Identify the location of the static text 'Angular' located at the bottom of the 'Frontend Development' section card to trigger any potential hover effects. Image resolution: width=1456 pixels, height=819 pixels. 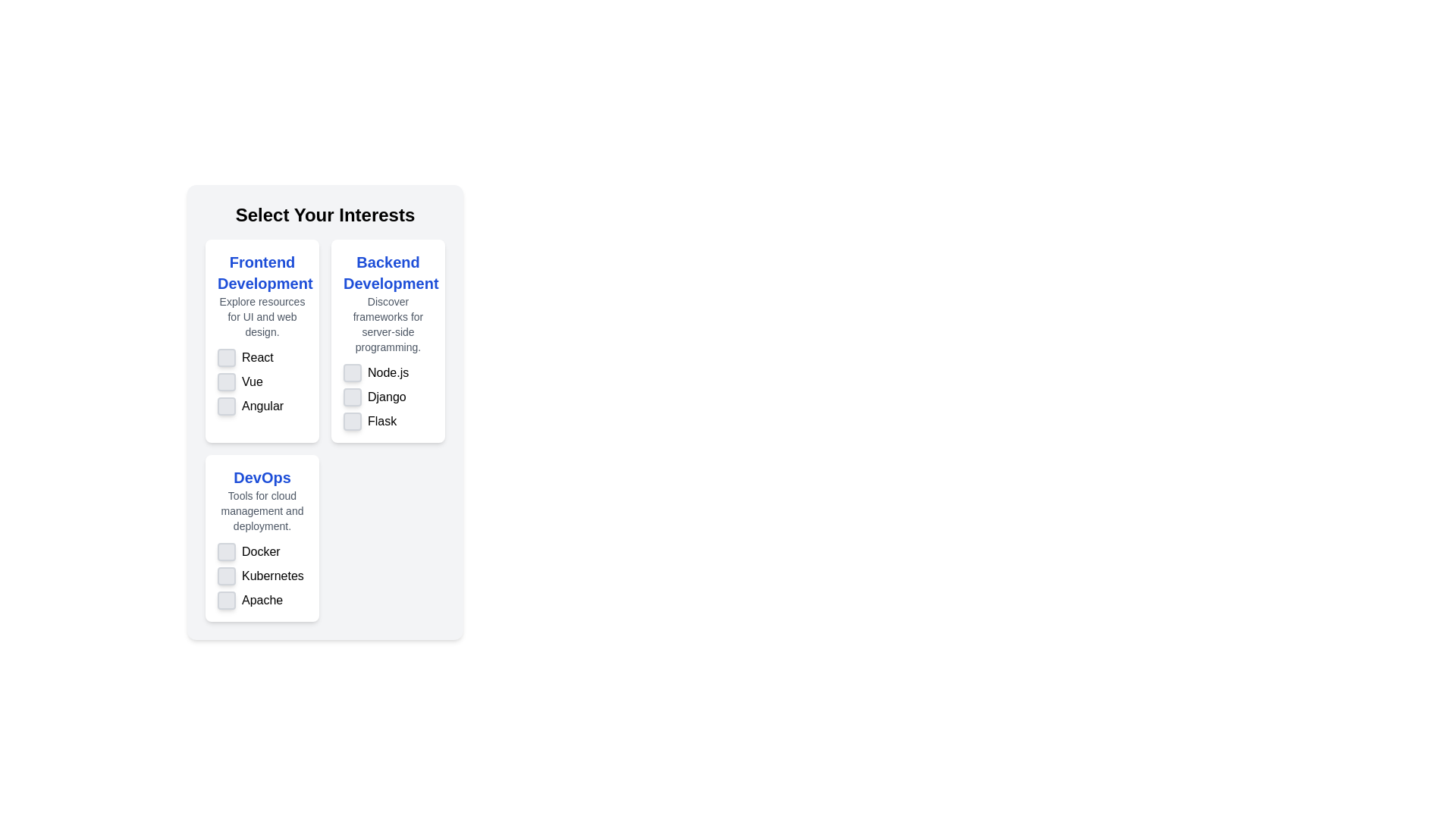
(262, 406).